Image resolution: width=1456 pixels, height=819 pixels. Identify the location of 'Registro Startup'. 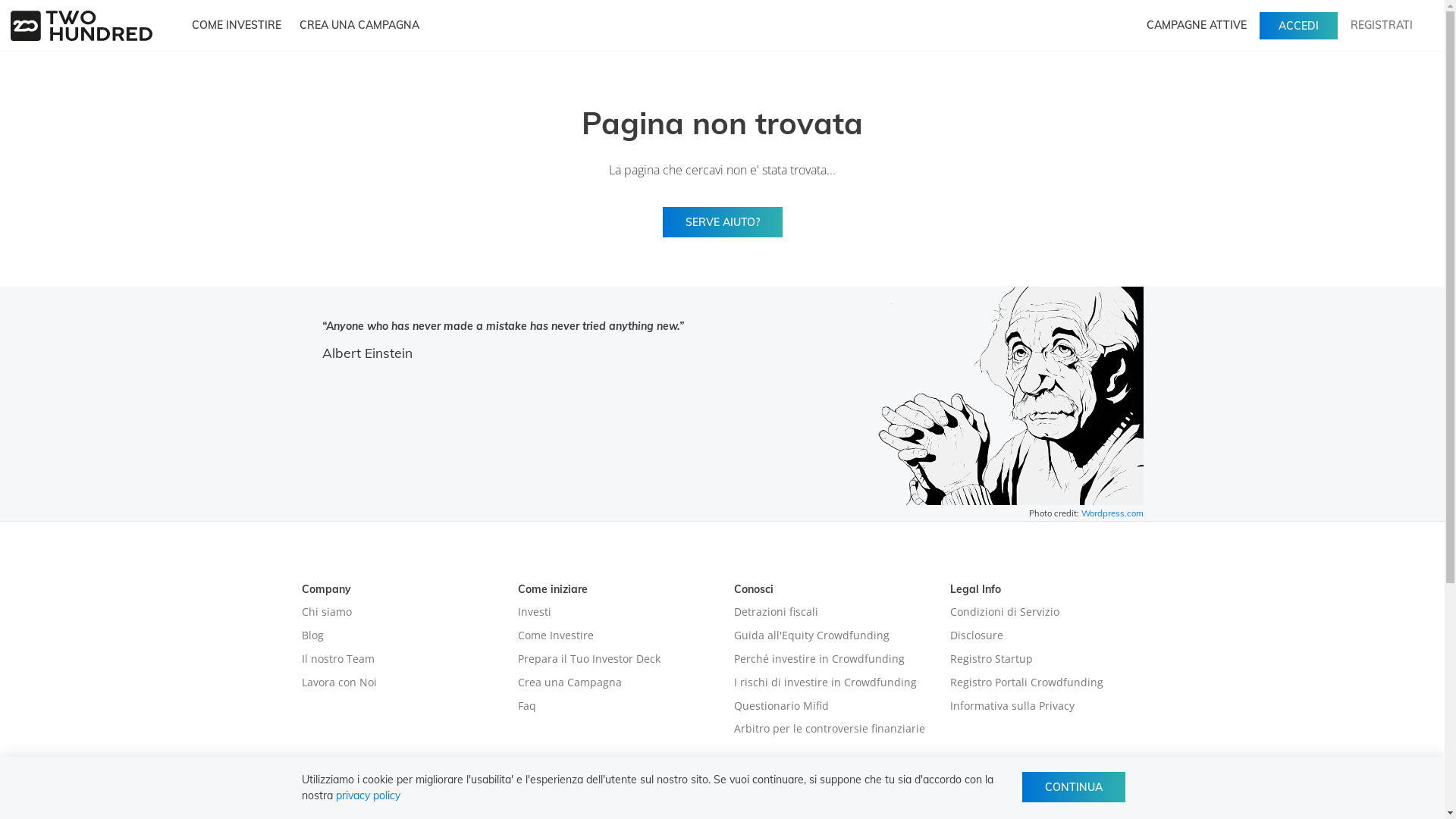
(949, 657).